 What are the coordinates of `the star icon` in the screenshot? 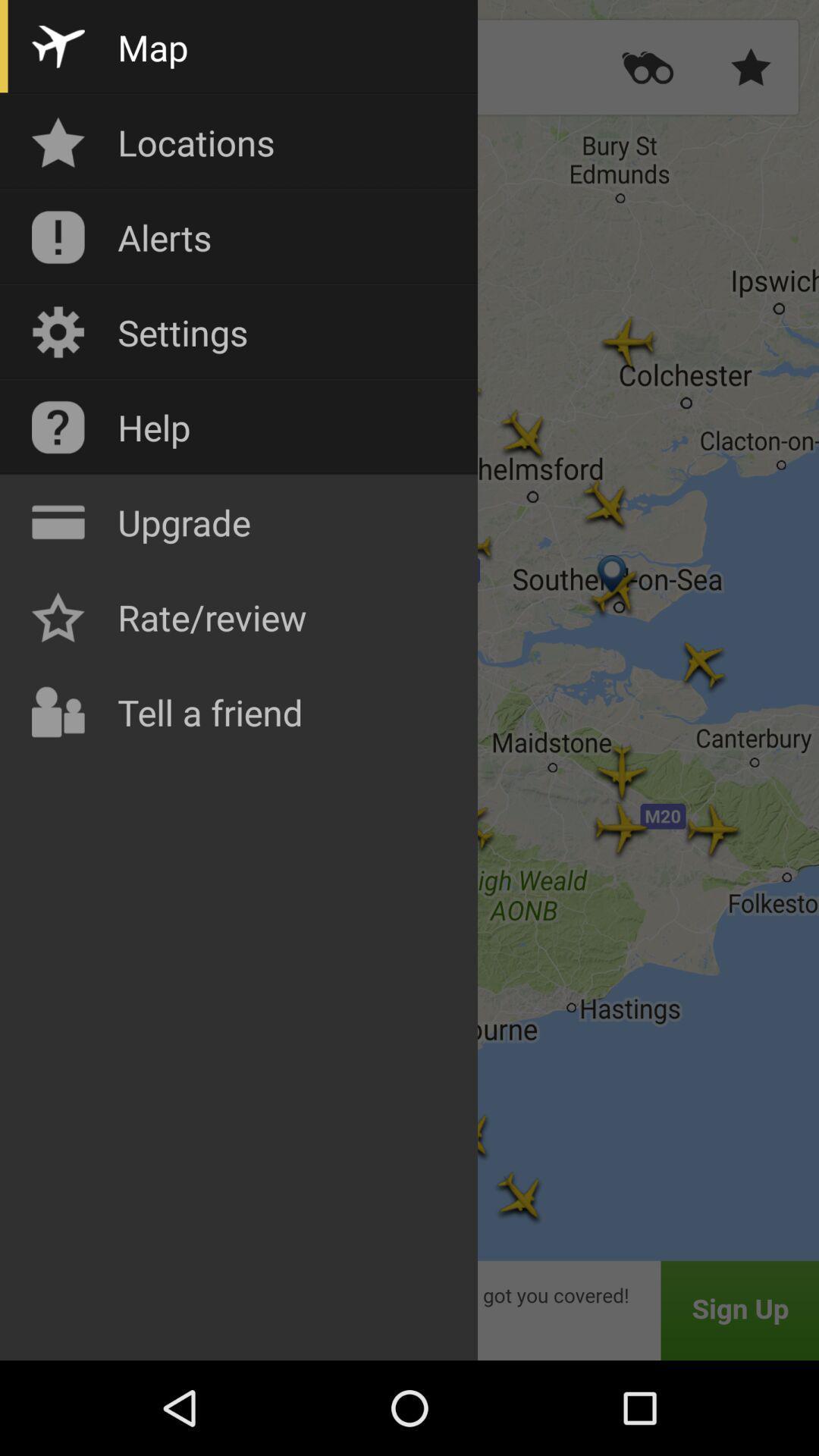 It's located at (751, 67).